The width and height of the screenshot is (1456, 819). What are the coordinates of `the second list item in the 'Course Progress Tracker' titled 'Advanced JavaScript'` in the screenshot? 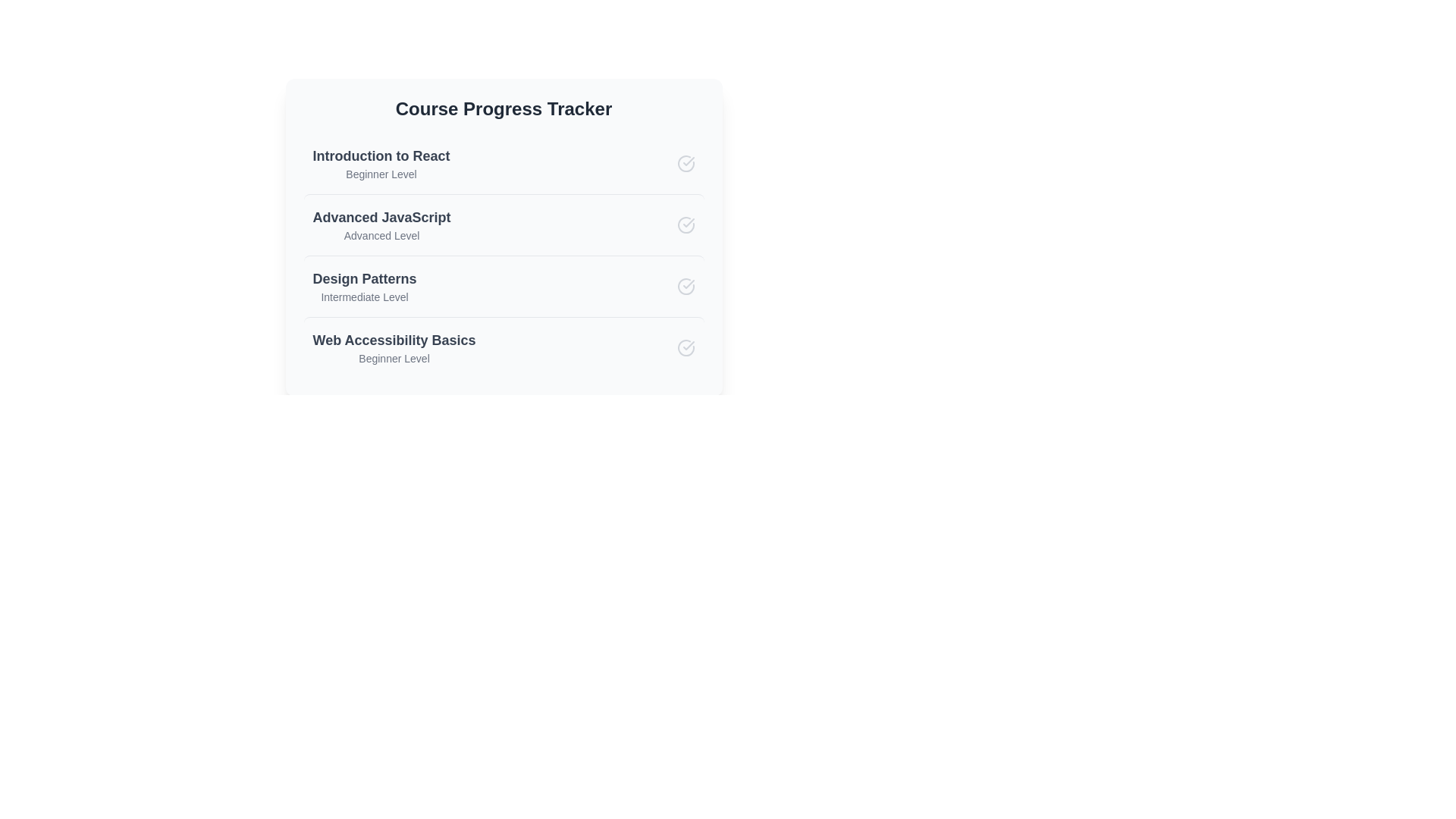 It's located at (504, 224).